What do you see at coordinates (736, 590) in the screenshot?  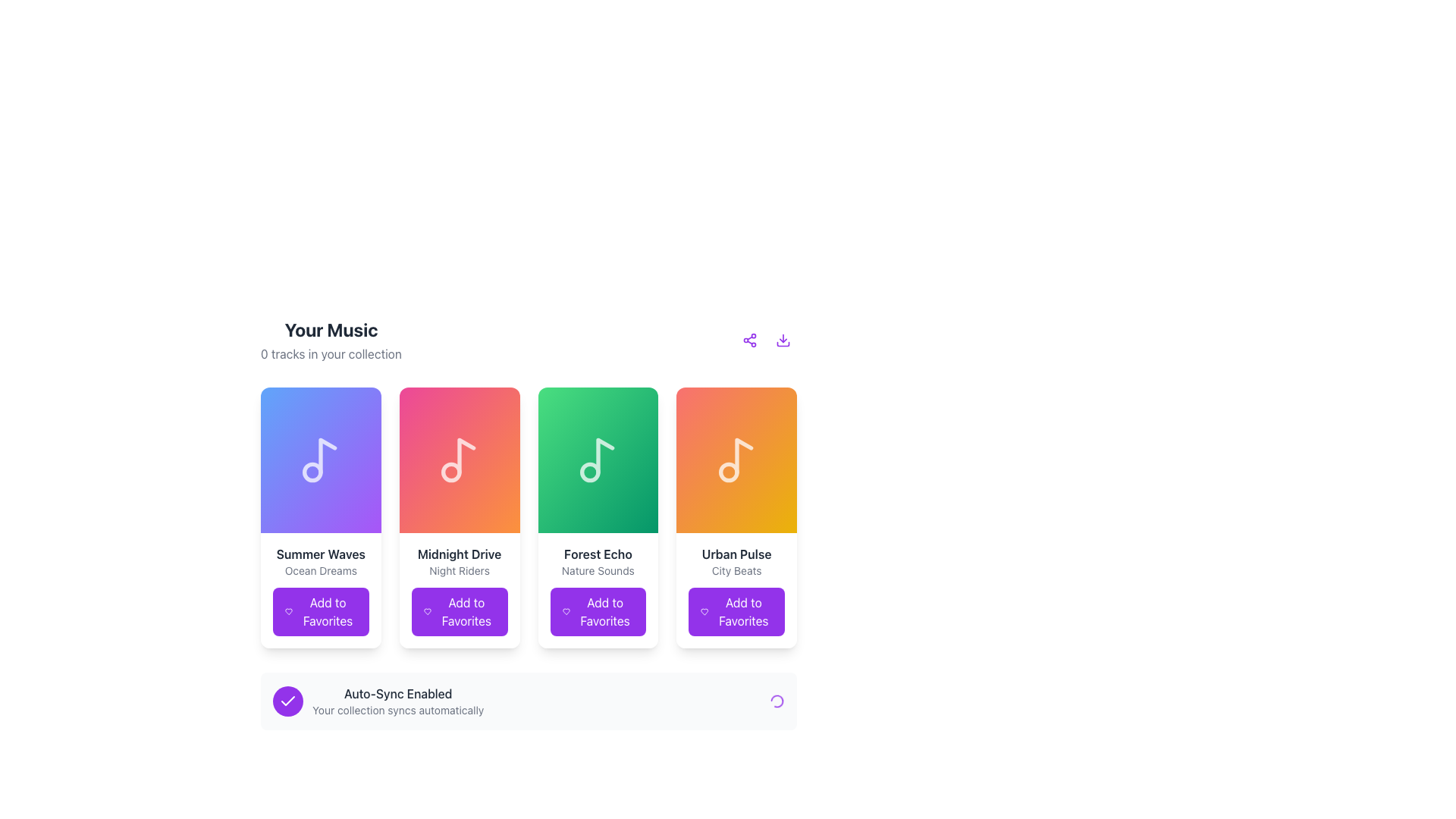 I see `the 'Add to Favorites' button located at the bottom of the fourth music card, directly below the 'Urban Pulse' heading and 'City Beats' subheading` at bounding box center [736, 590].